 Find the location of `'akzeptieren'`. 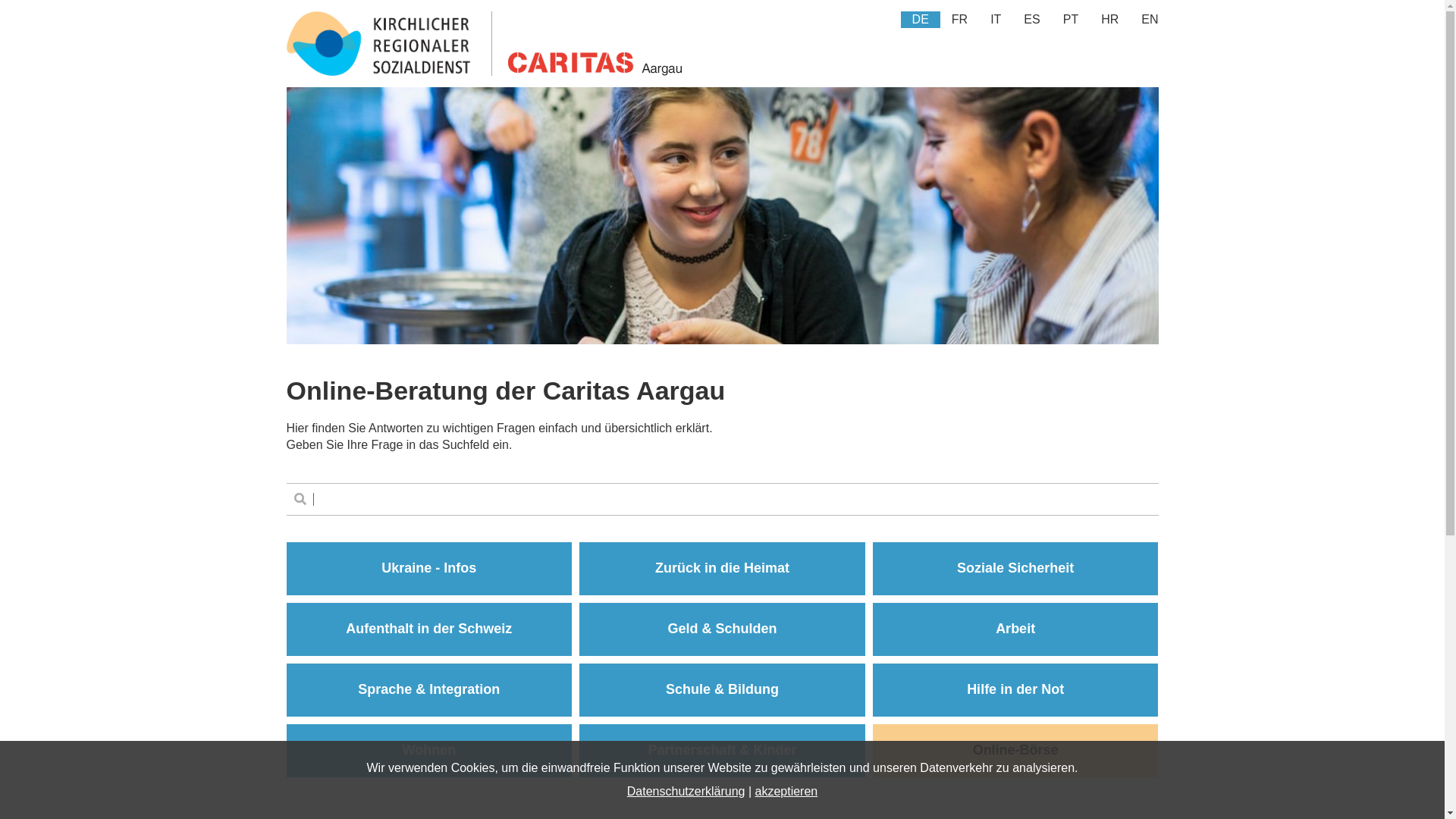

'akzeptieren' is located at coordinates (786, 790).